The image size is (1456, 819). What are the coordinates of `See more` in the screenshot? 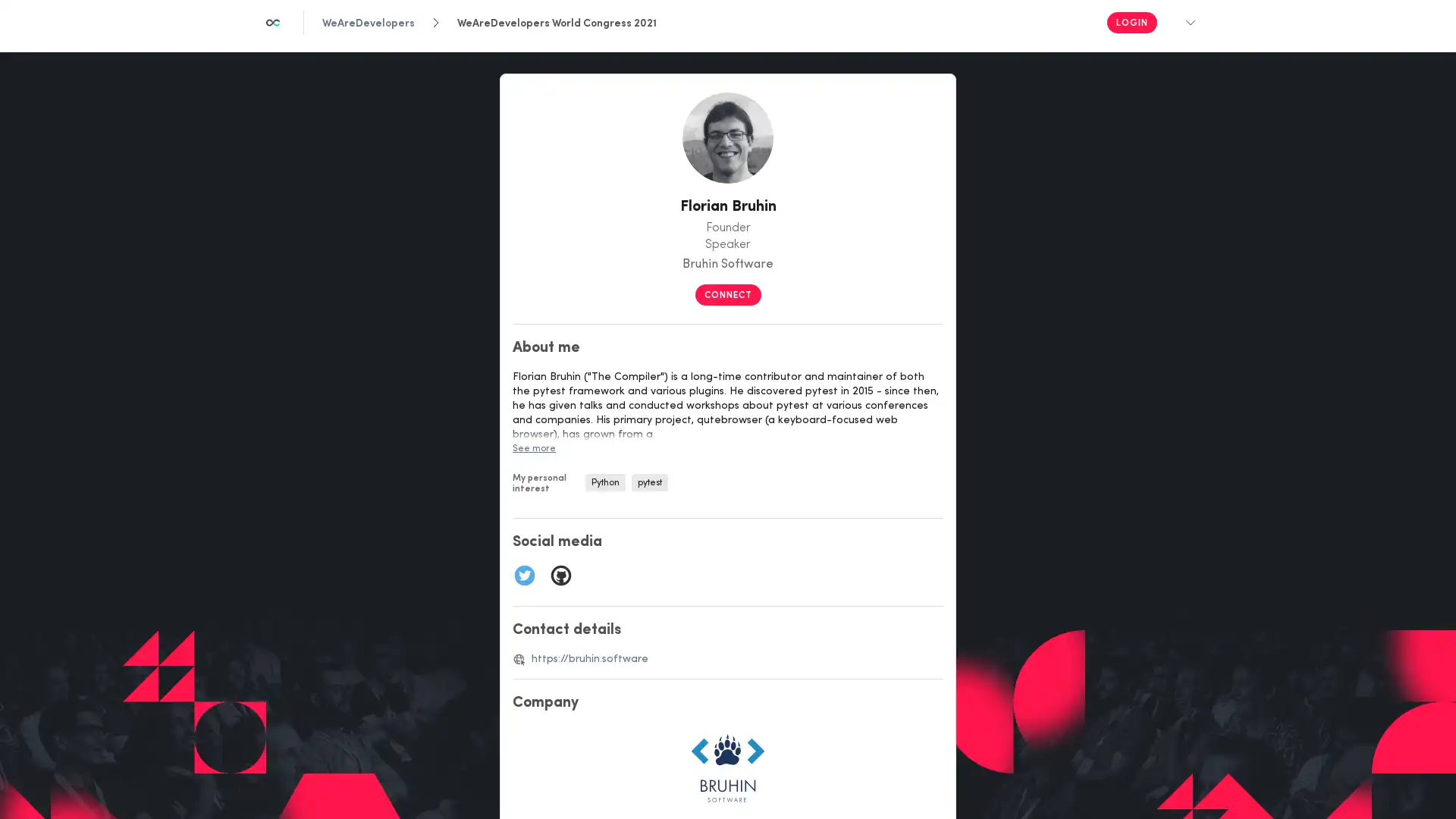 It's located at (534, 475).